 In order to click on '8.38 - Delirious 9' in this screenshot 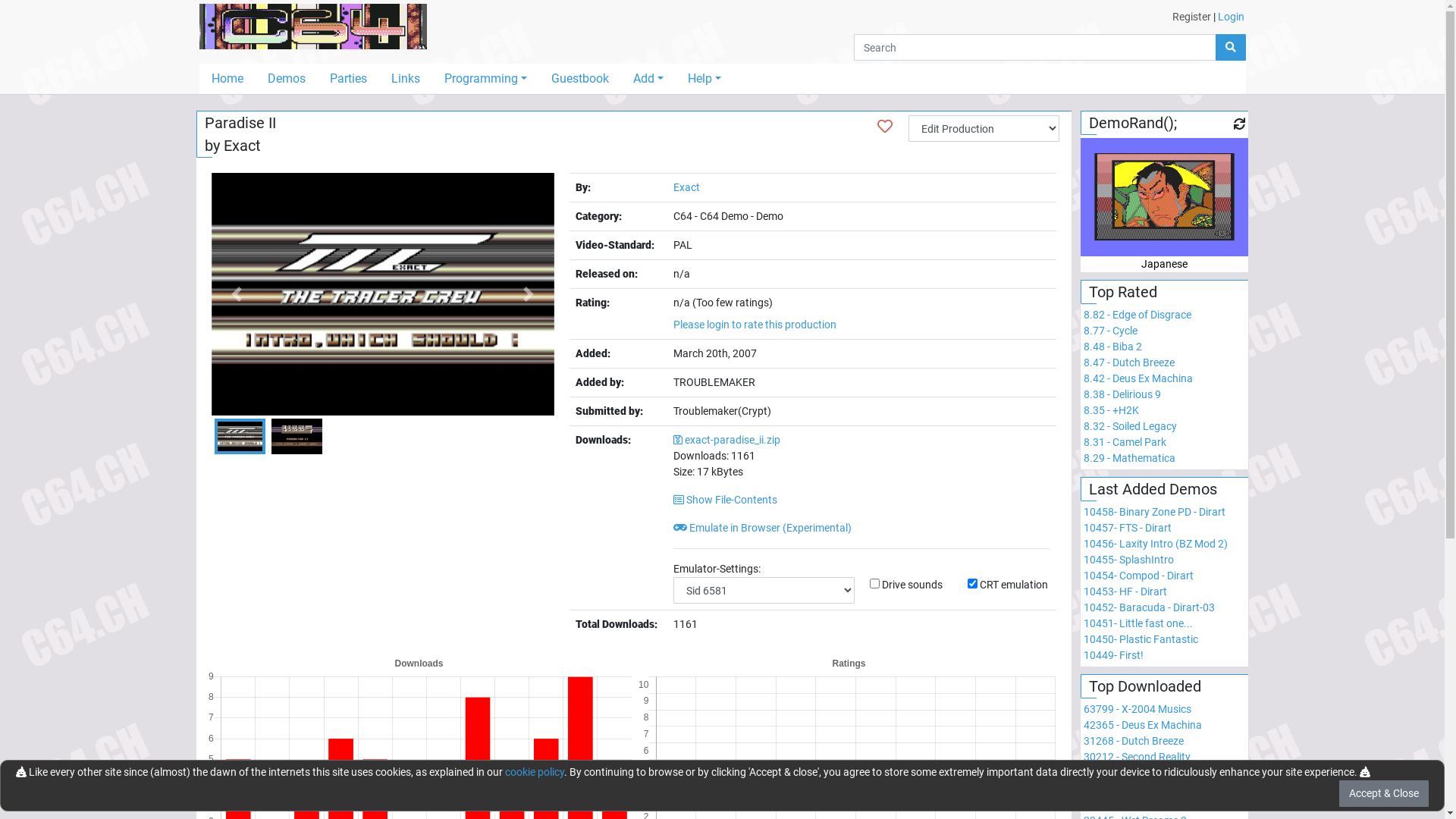, I will do `click(1122, 394)`.